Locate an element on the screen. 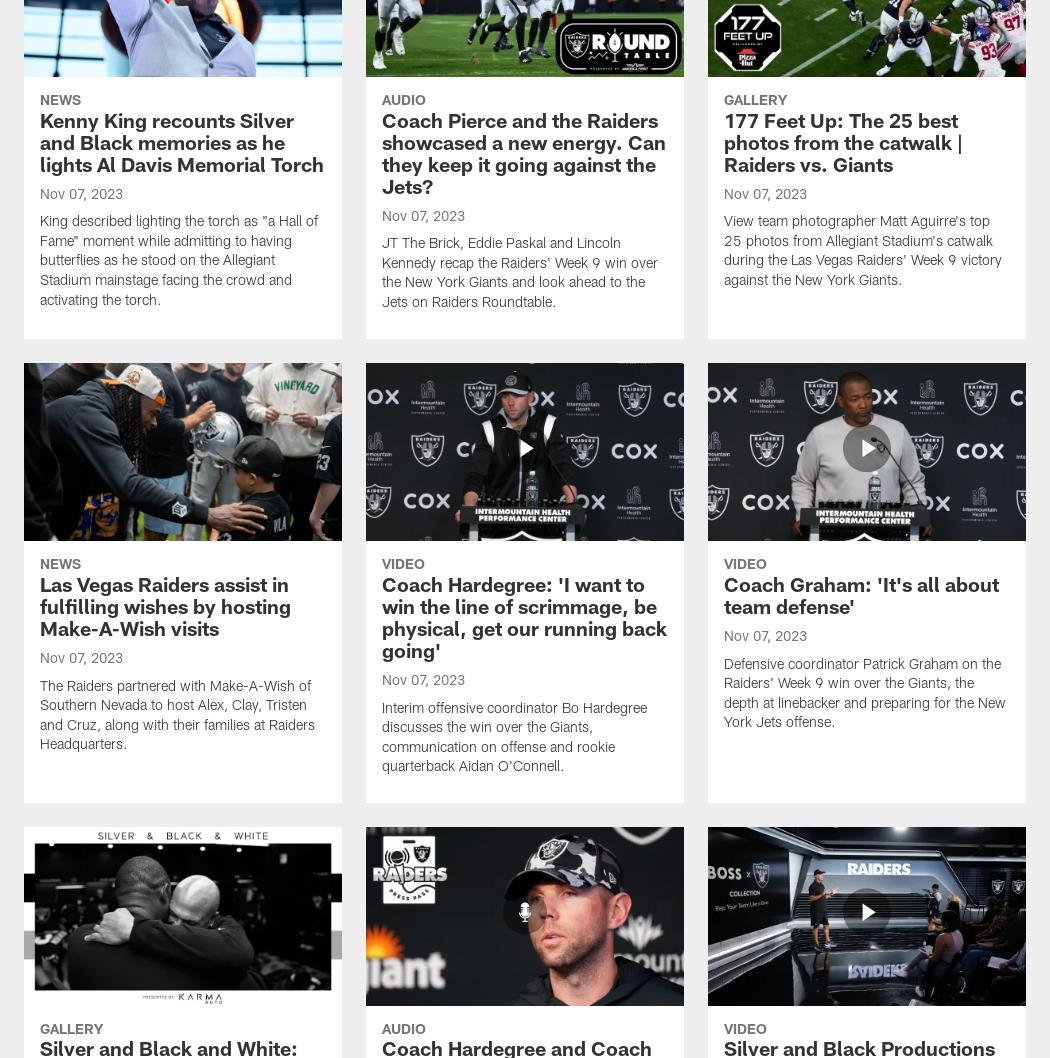 Image resolution: width=1050 pixels, height=1058 pixels. 'King described lighting the torch as "a Hall of Fame" moment while admitting to having butterflies as he stood on the Allegiant Stadium mainstage facing the crowd and activating the torch.' is located at coordinates (179, 261).